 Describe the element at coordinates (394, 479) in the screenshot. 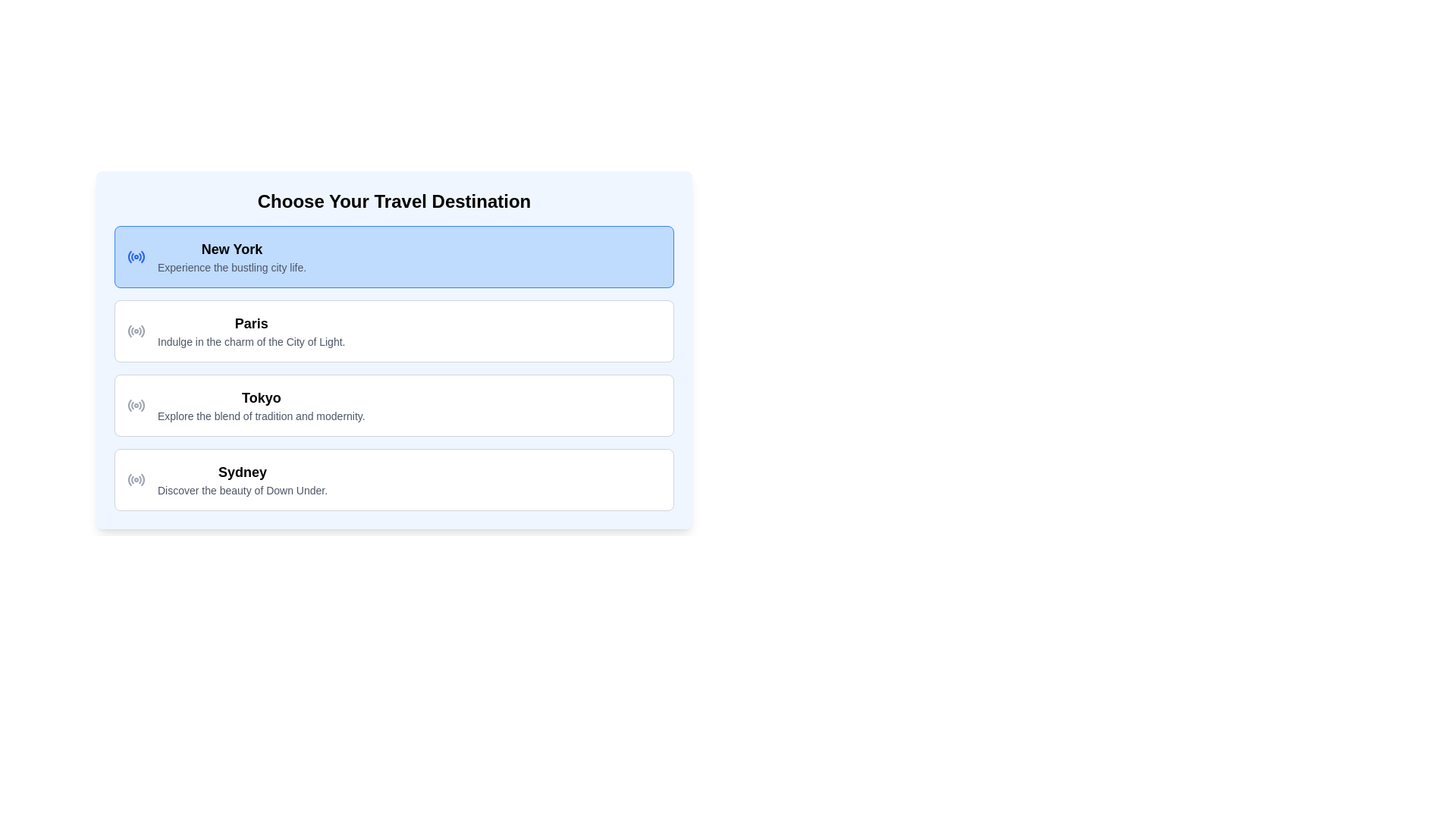

I see `the card labeled 'Sydney'` at that location.